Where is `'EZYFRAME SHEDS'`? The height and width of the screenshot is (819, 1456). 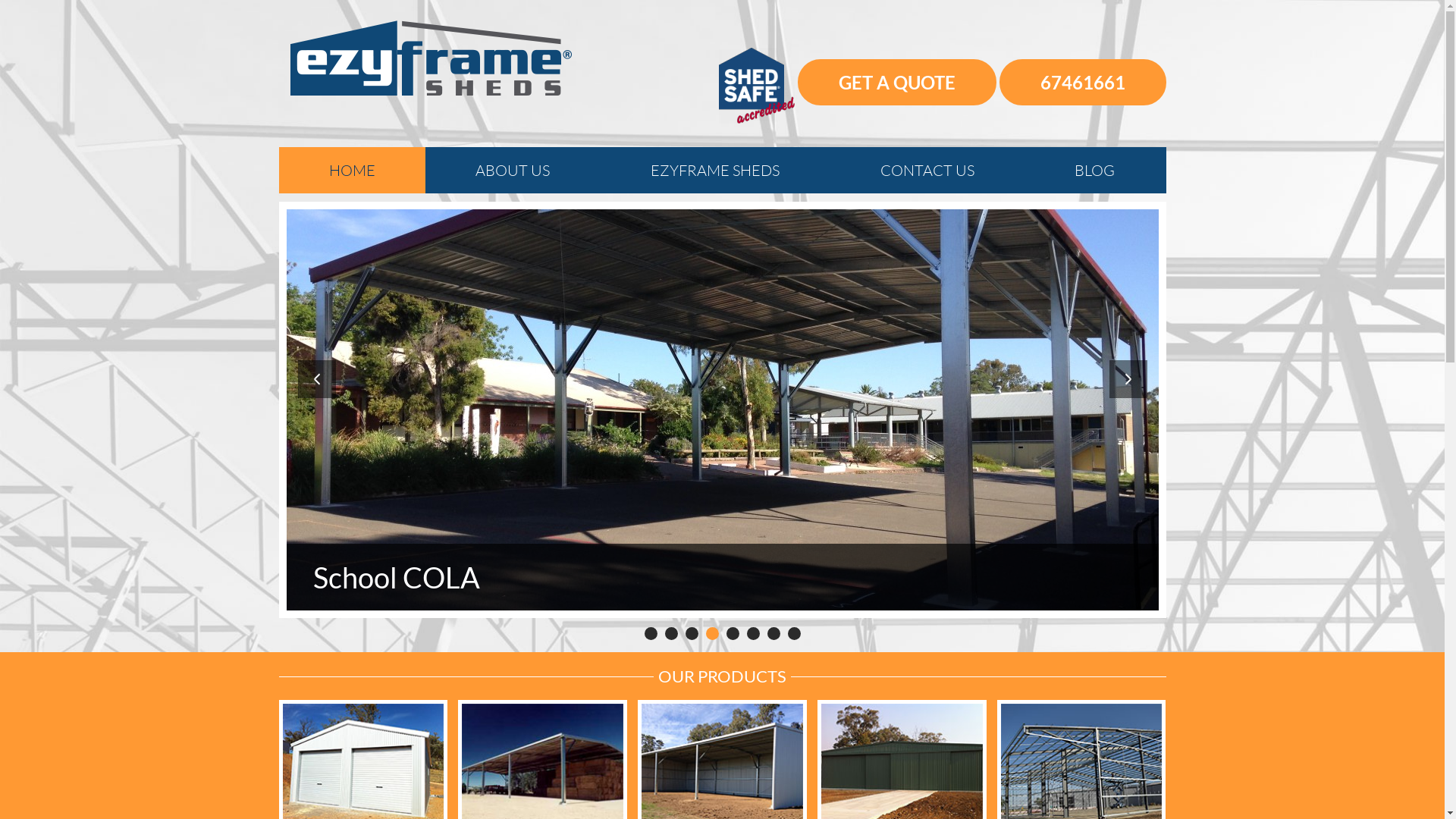
'EZYFRAME SHEDS' is located at coordinates (714, 170).